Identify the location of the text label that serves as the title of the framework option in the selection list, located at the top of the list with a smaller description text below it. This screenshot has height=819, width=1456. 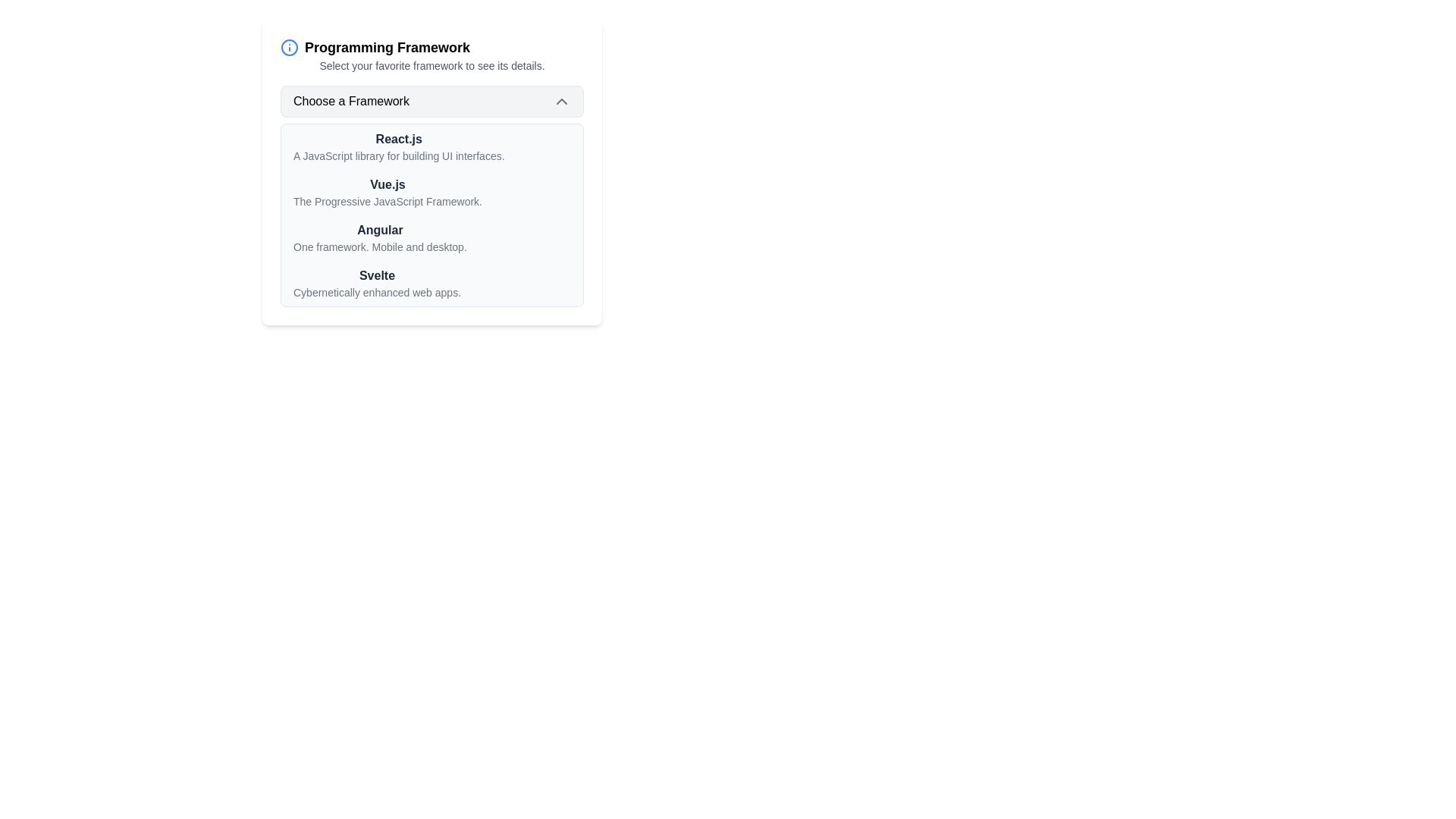
(399, 140).